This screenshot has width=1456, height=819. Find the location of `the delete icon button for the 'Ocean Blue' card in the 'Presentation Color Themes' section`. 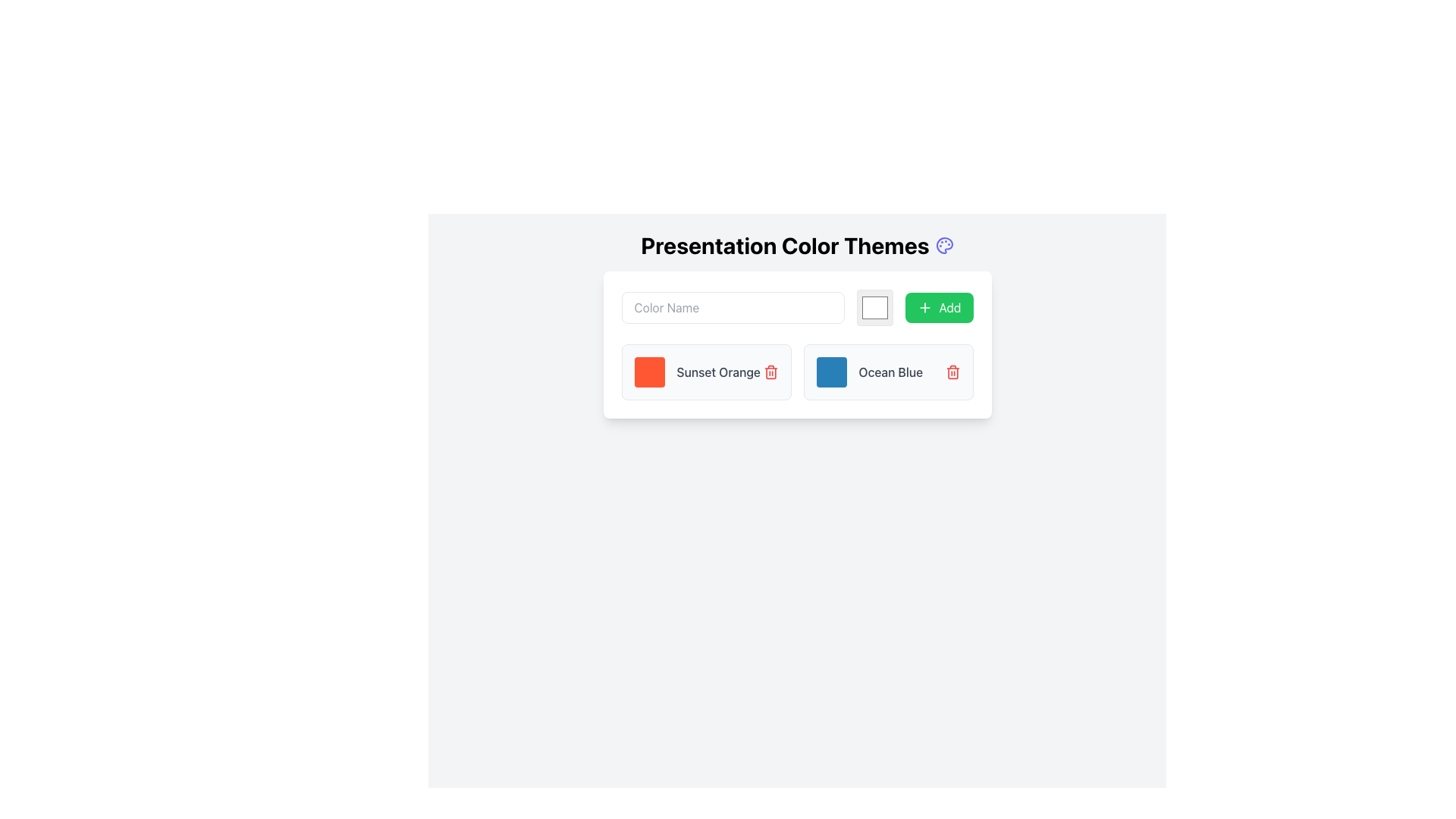

the delete icon button for the 'Ocean Blue' card in the 'Presentation Color Themes' section is located at coordinates (952, 372).